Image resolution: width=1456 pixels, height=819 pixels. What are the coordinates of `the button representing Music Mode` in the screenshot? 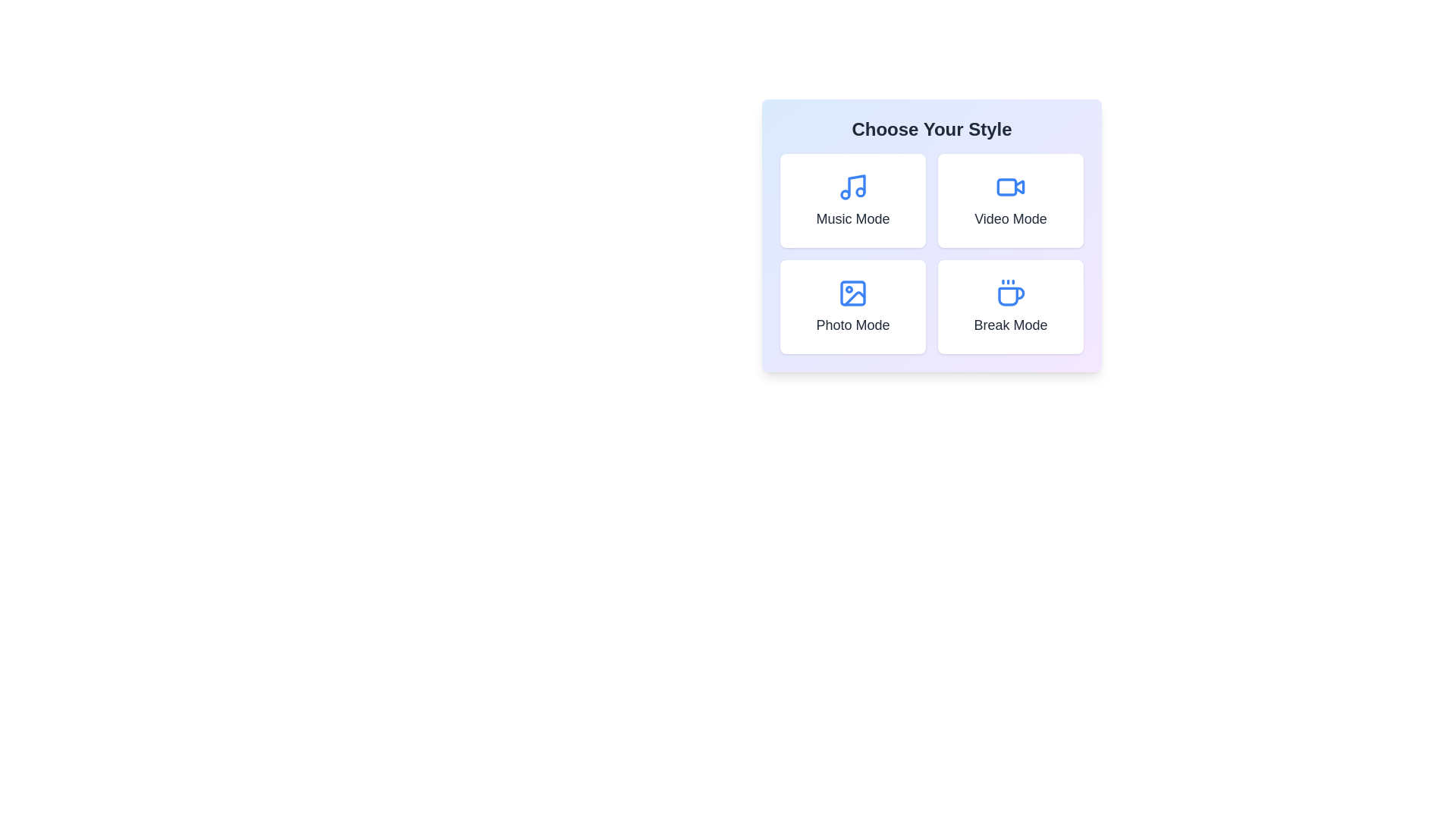 It's located at (852, 200).